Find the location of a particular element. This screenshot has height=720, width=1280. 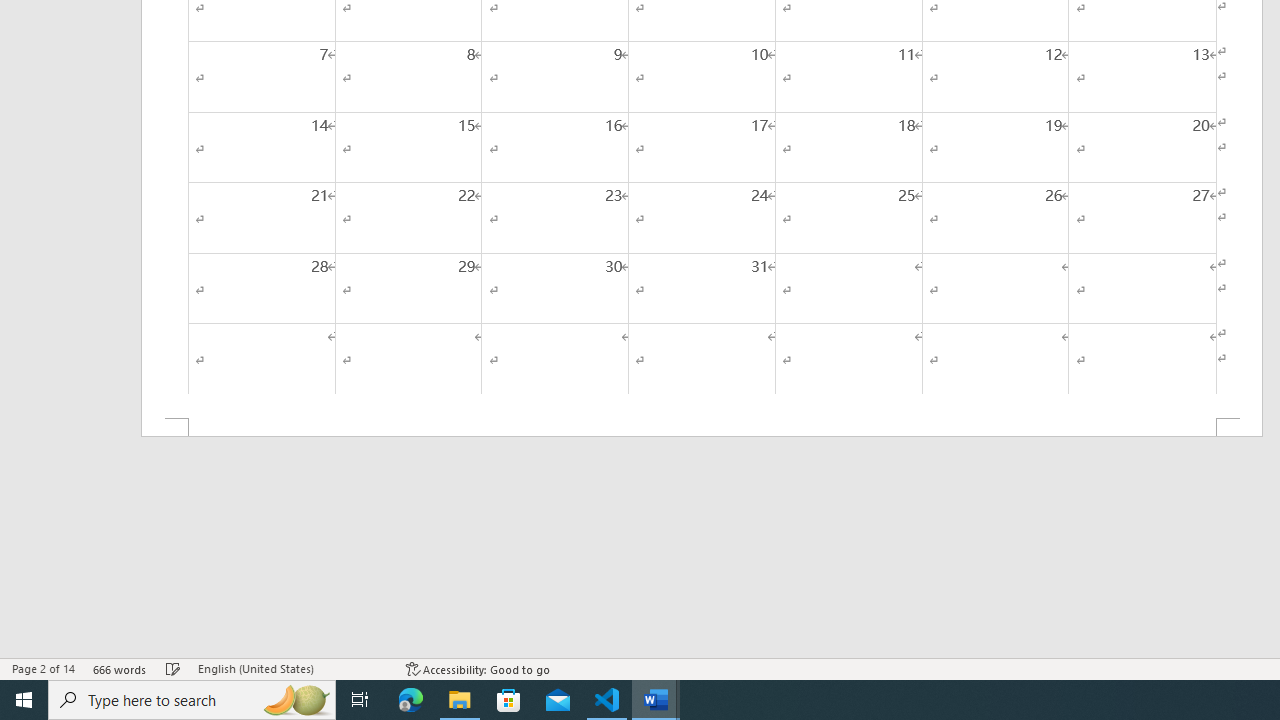

'Page Number Page 2 of 14' is located at coordinates (43, 669).